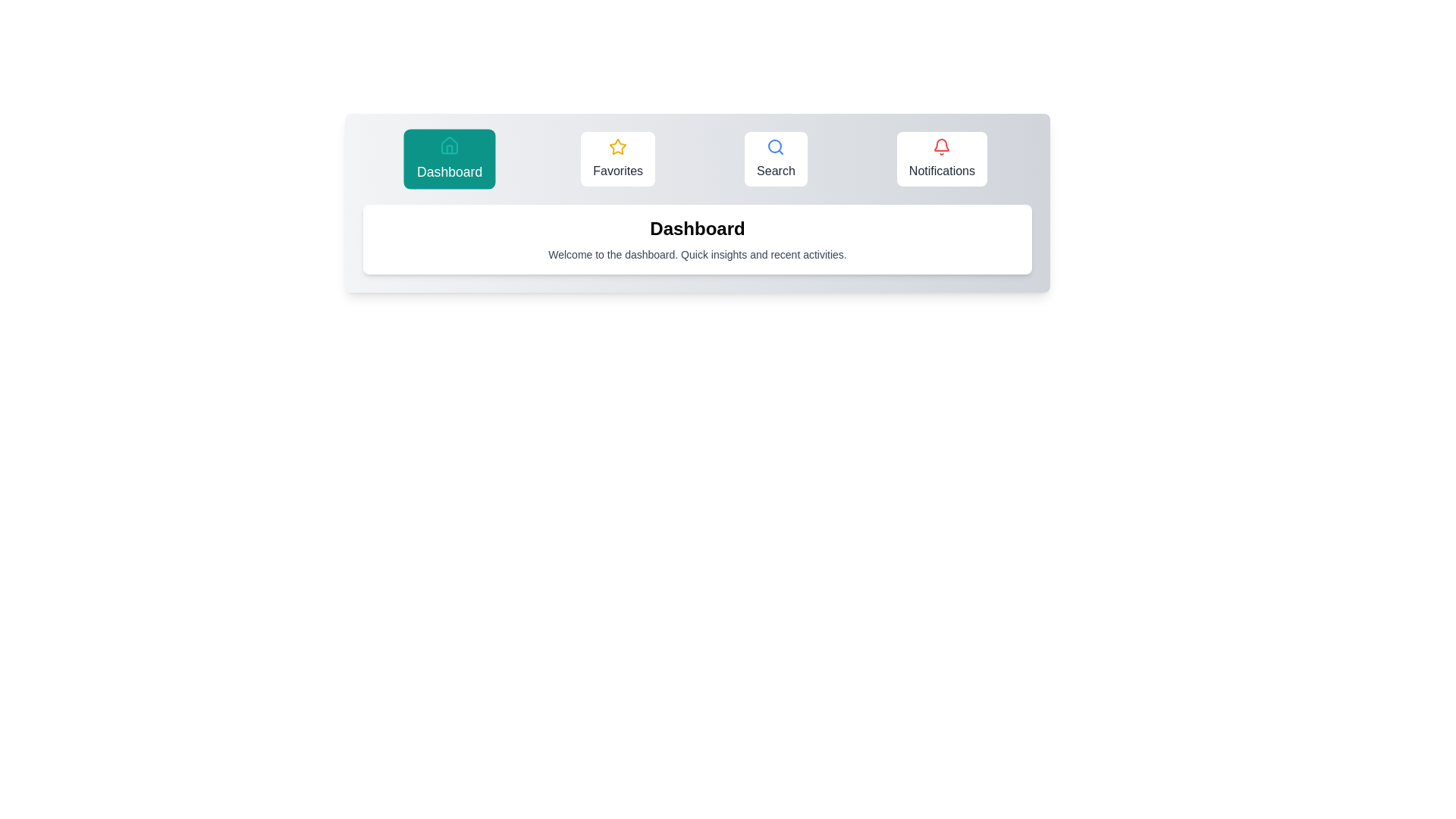 The height and width of the screenshot is (819, 1456). I want to click on the Dashboard tab by clicking on its button, so click(449, 158).